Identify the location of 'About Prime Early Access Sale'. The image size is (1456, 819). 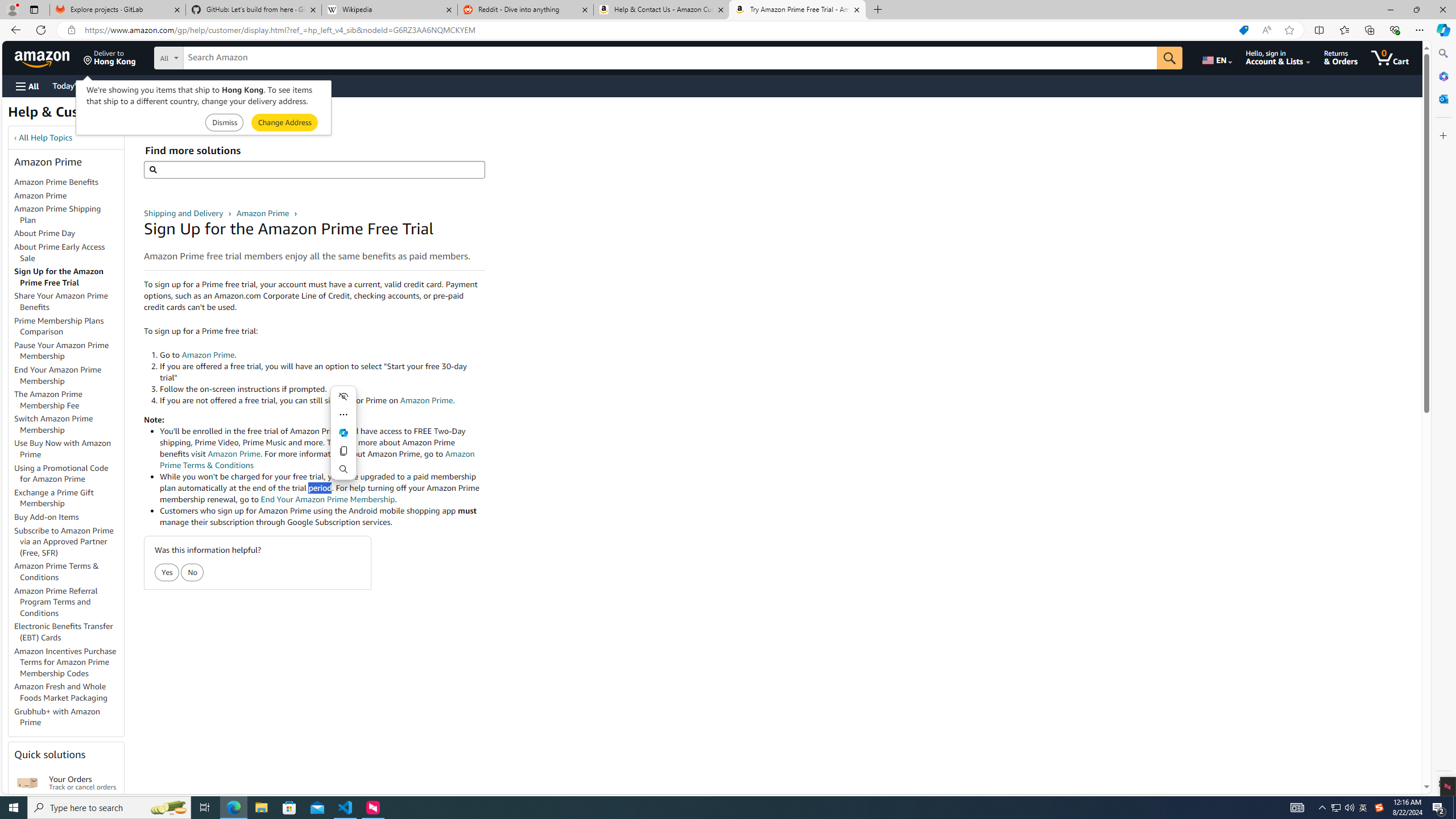
(69, 253).